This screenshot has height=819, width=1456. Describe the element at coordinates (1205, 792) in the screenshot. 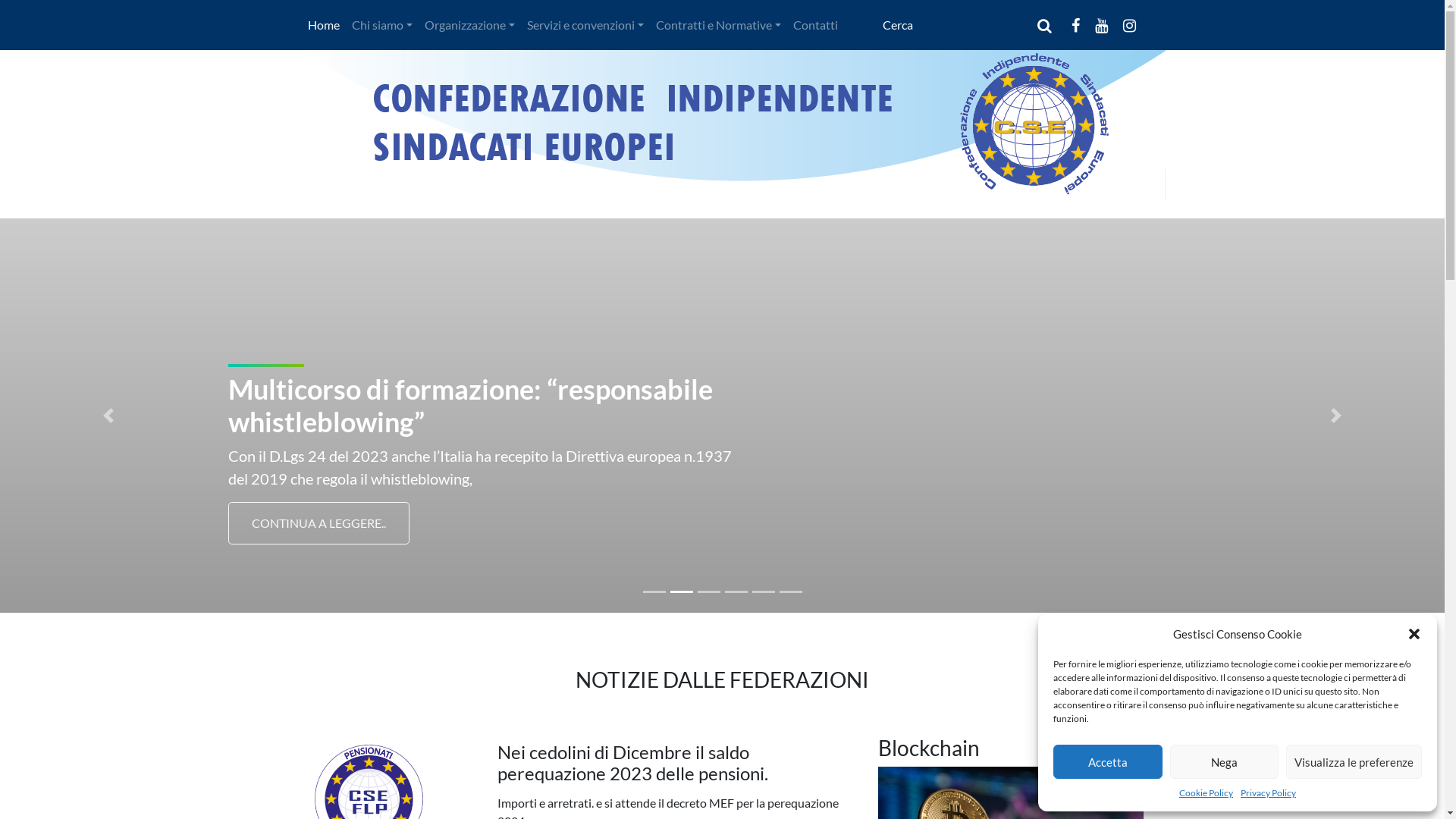

I see `'Cookie Policy'` at that location.